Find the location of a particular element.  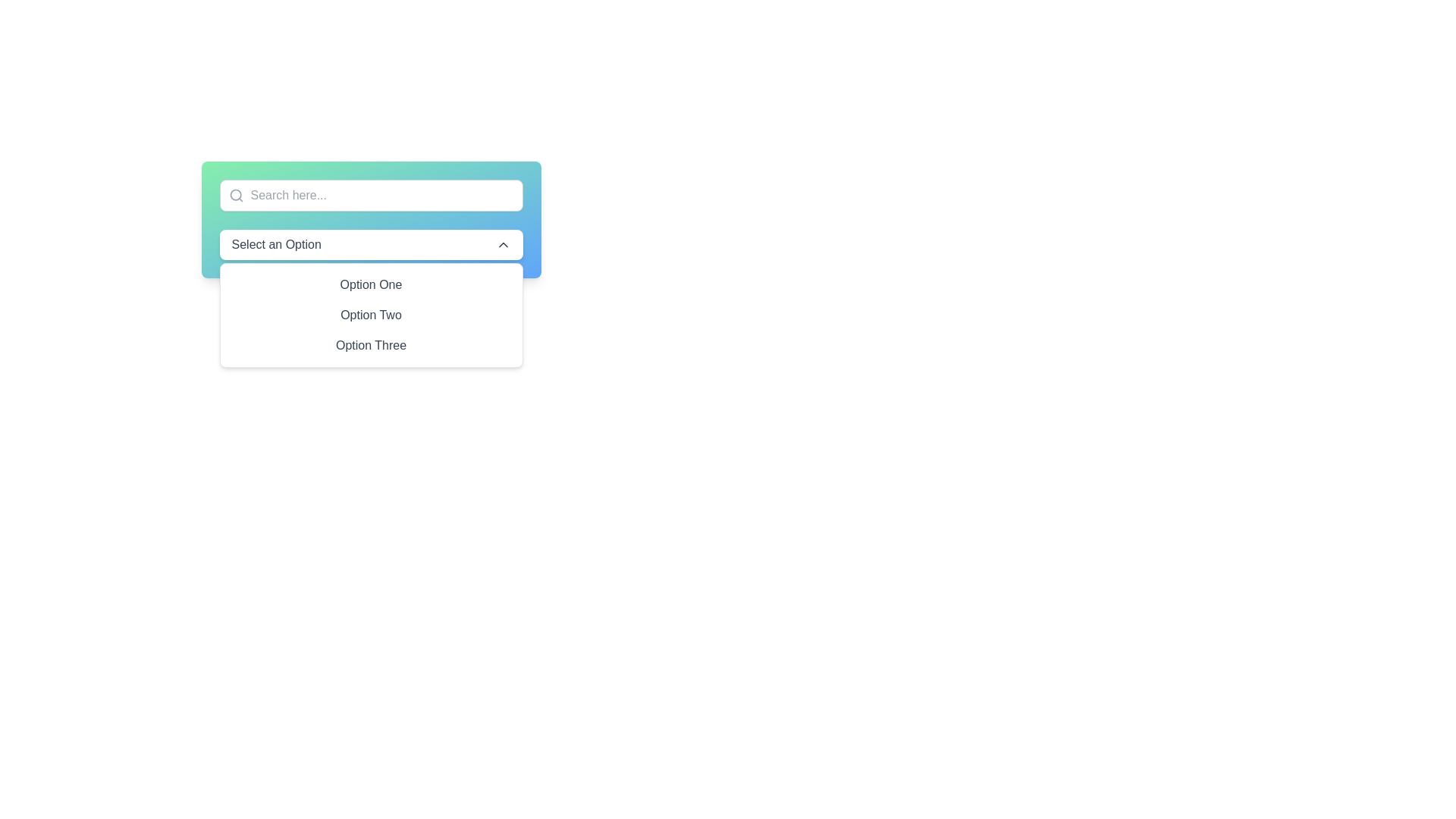

the 'Option Two' item in the dropdown menu is located at coordinates (371, 315).